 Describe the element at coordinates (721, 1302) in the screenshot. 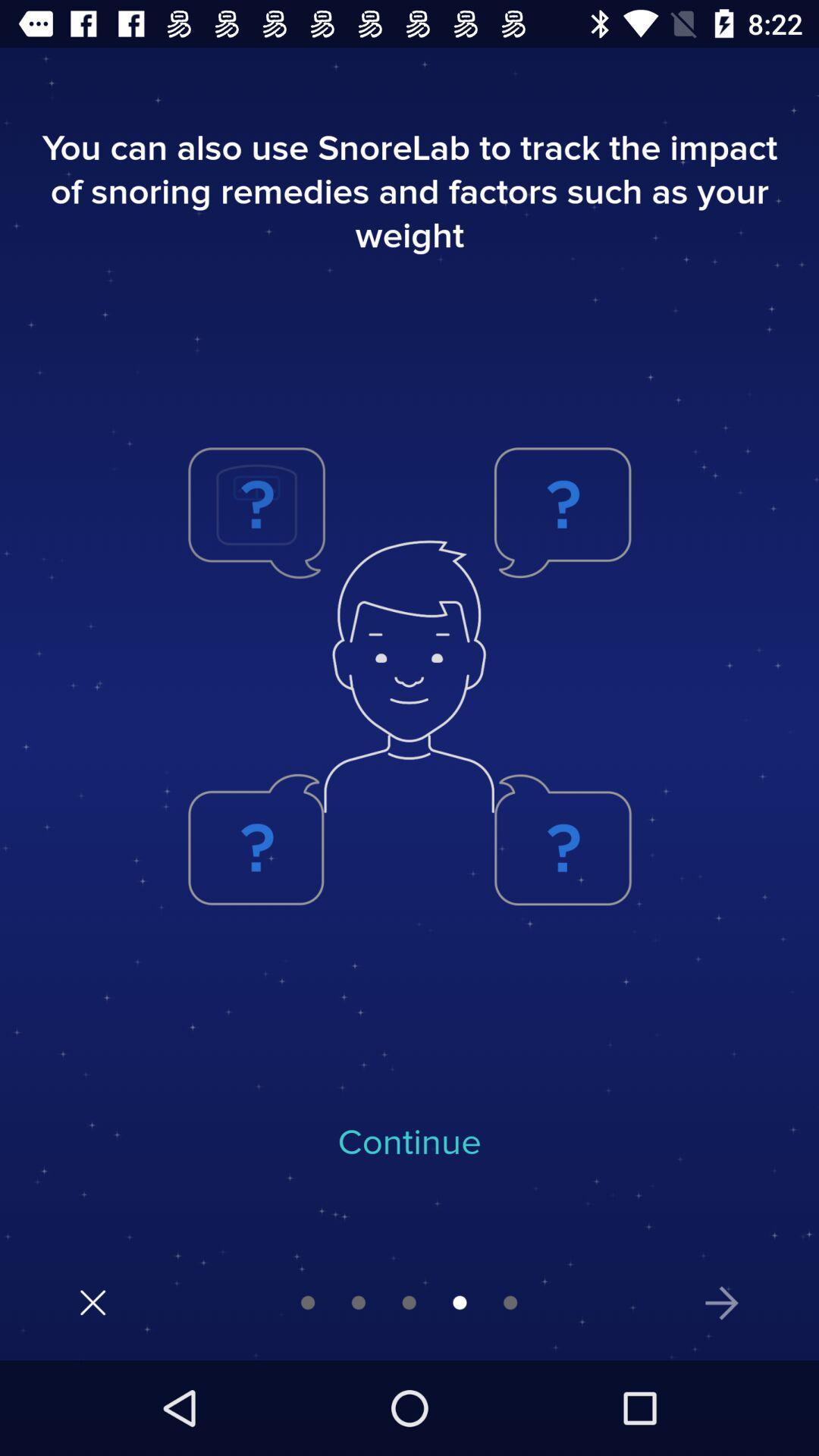

I see `the arrow_forward icon` at that location.